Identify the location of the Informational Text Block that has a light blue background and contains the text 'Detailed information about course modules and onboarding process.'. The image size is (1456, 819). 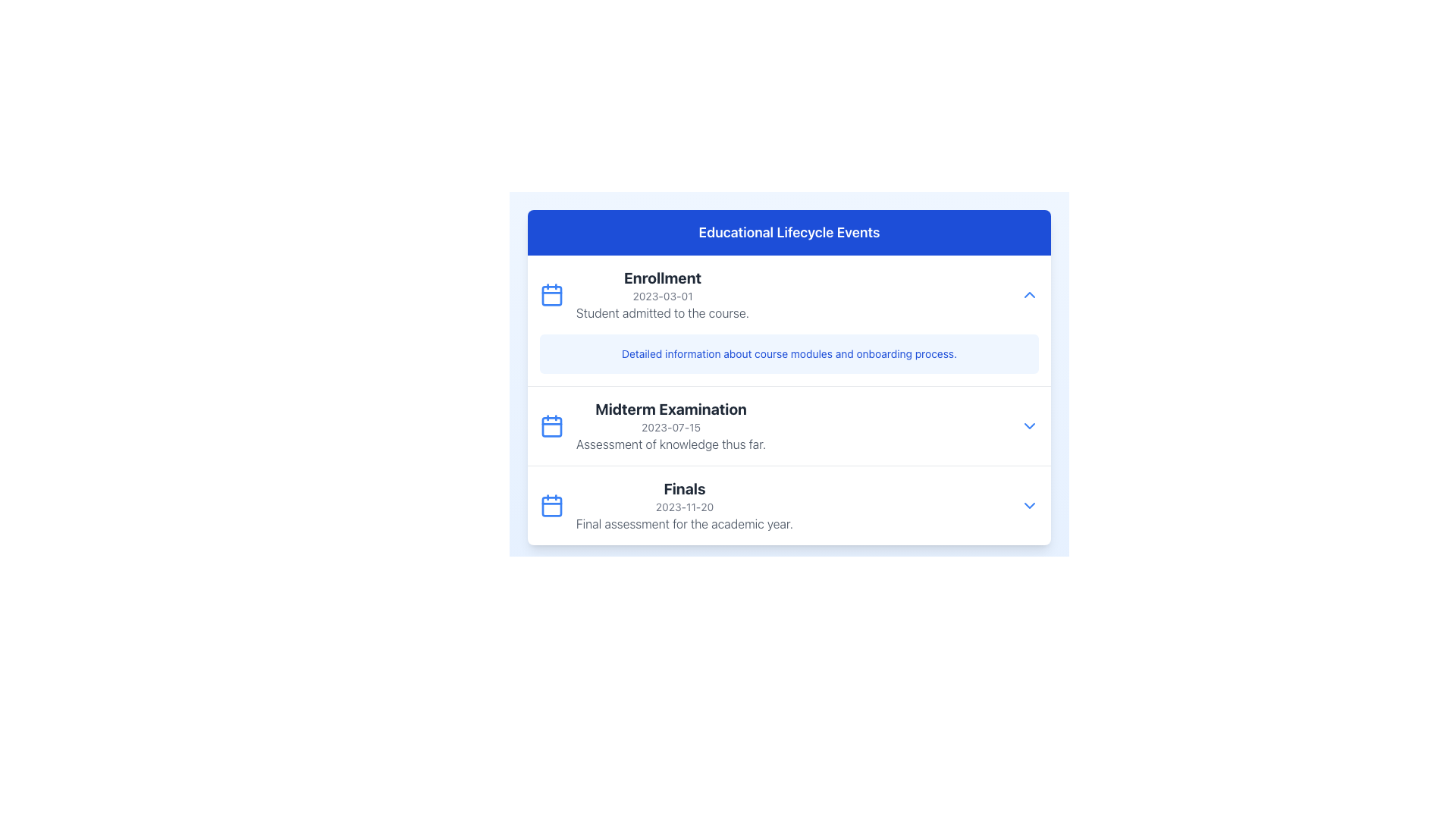
(789, 353).